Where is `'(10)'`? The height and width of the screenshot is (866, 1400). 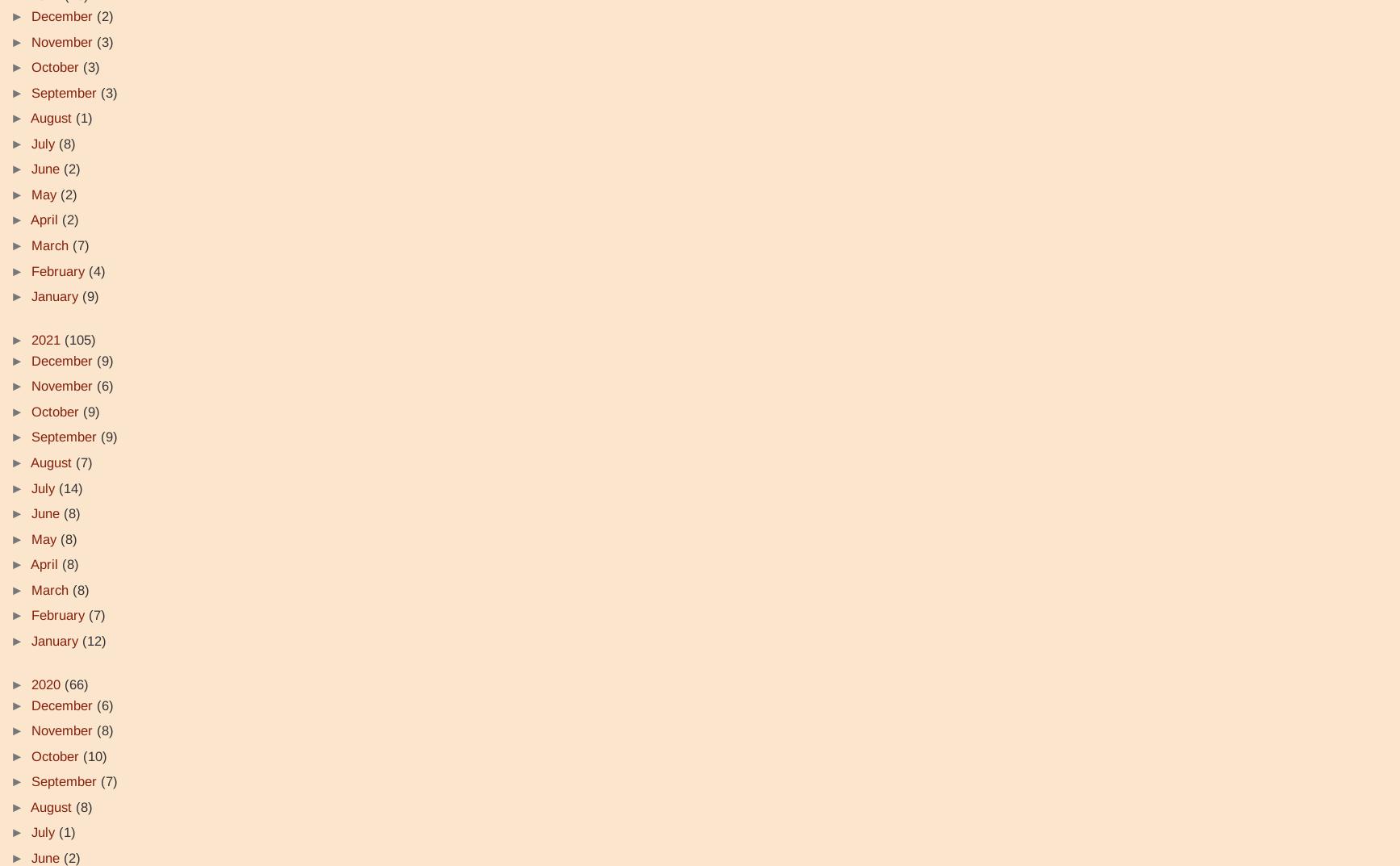 '(10)' is located at coordinates (94, 755).